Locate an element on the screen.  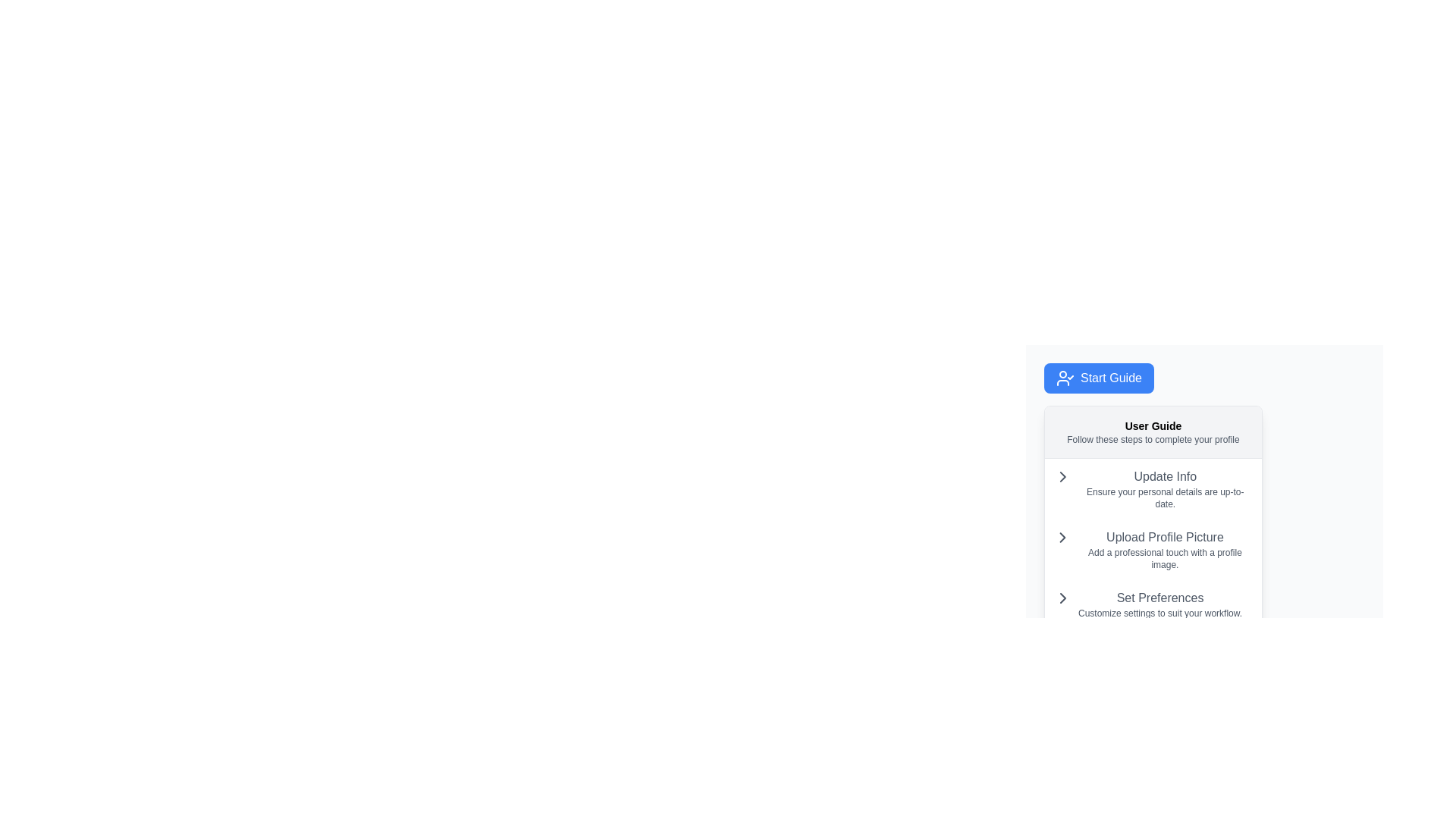
the text block styled with a small font reading 'Customize settings to suit your workflow.', located beneath 'Set Preferences.' is located at coordinates (1159, 613).